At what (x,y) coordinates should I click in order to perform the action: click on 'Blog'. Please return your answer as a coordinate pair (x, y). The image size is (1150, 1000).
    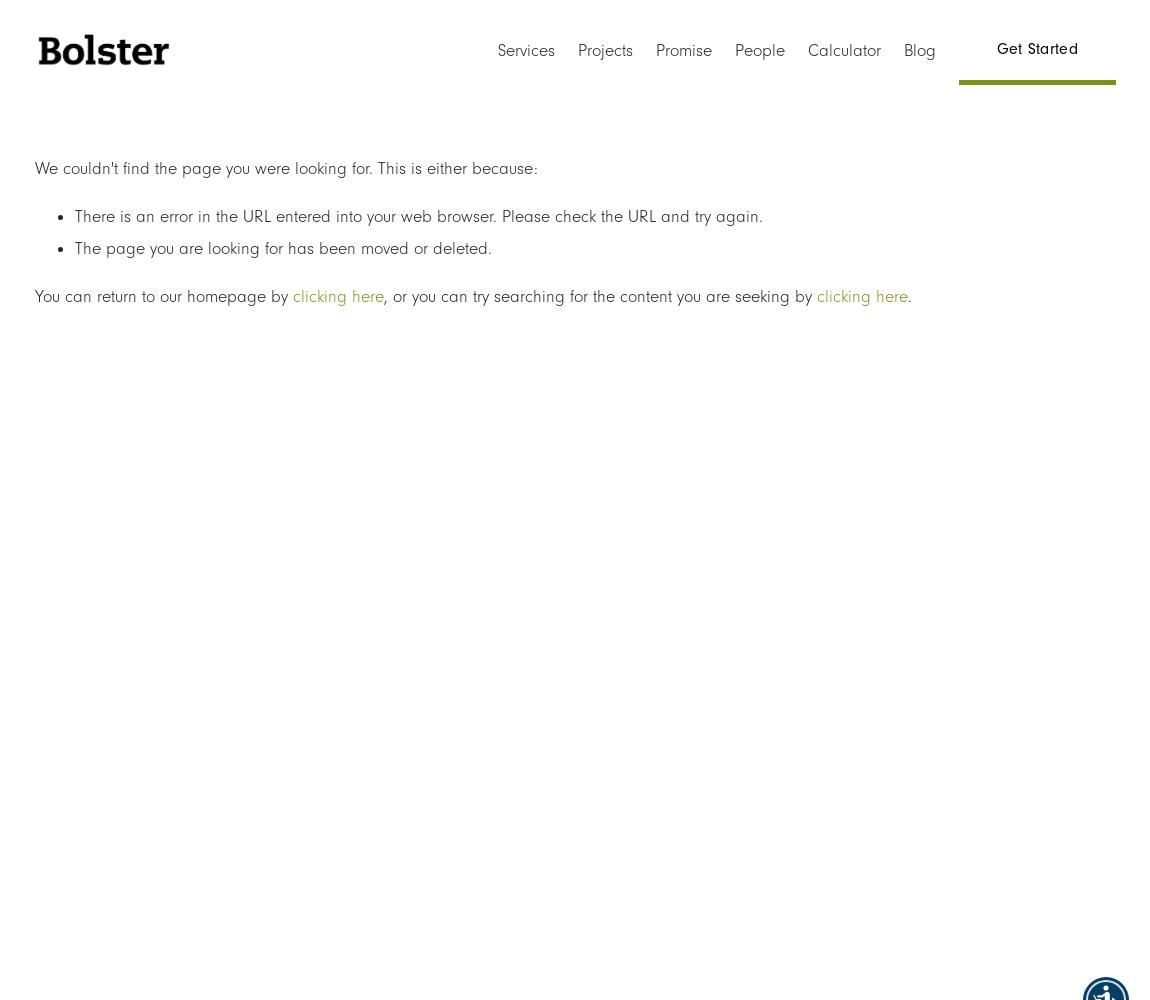
    Looking at the image, I should click on (920, 50).